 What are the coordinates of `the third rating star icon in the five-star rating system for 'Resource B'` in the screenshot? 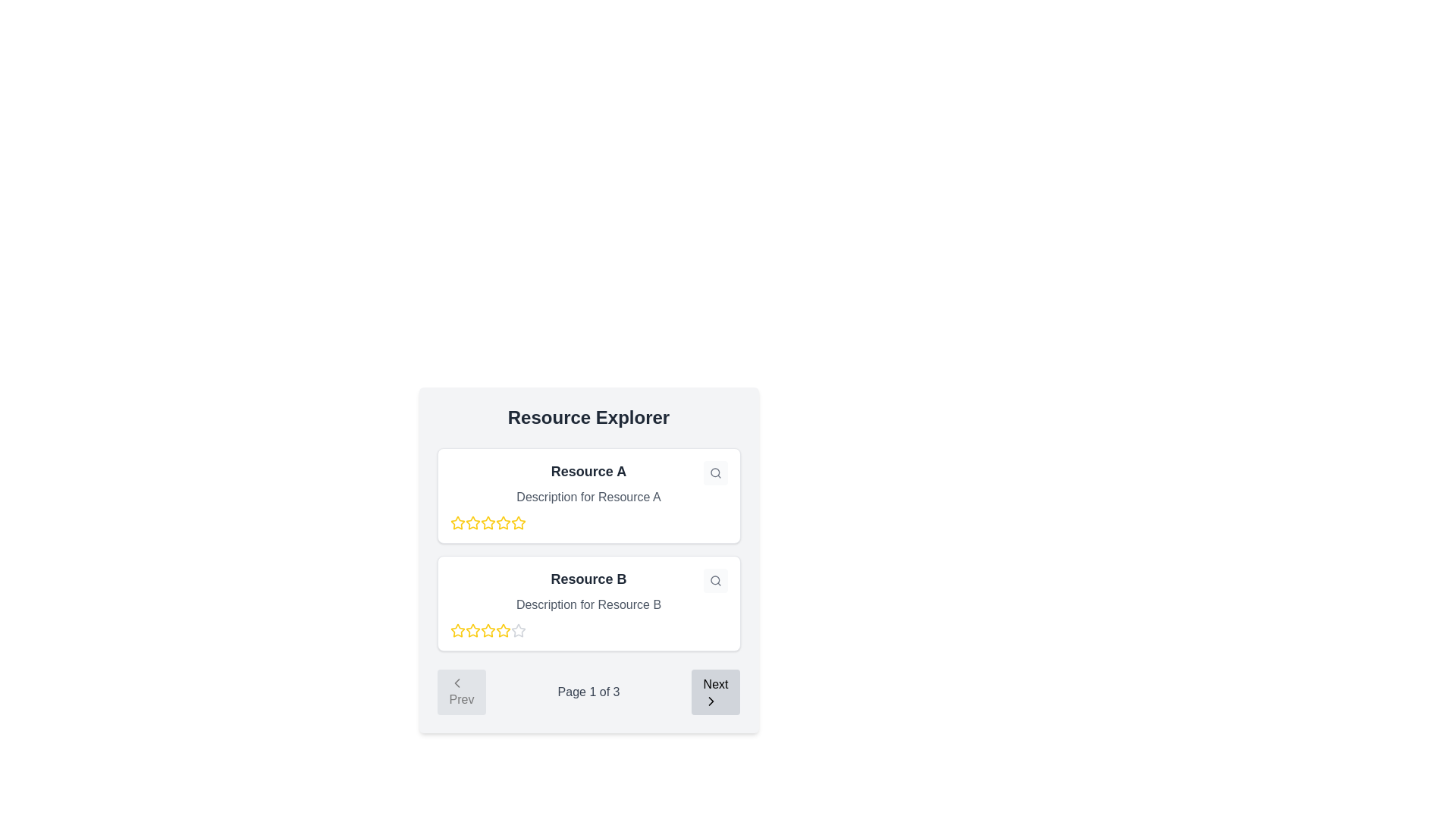 It's located at (472, 631).